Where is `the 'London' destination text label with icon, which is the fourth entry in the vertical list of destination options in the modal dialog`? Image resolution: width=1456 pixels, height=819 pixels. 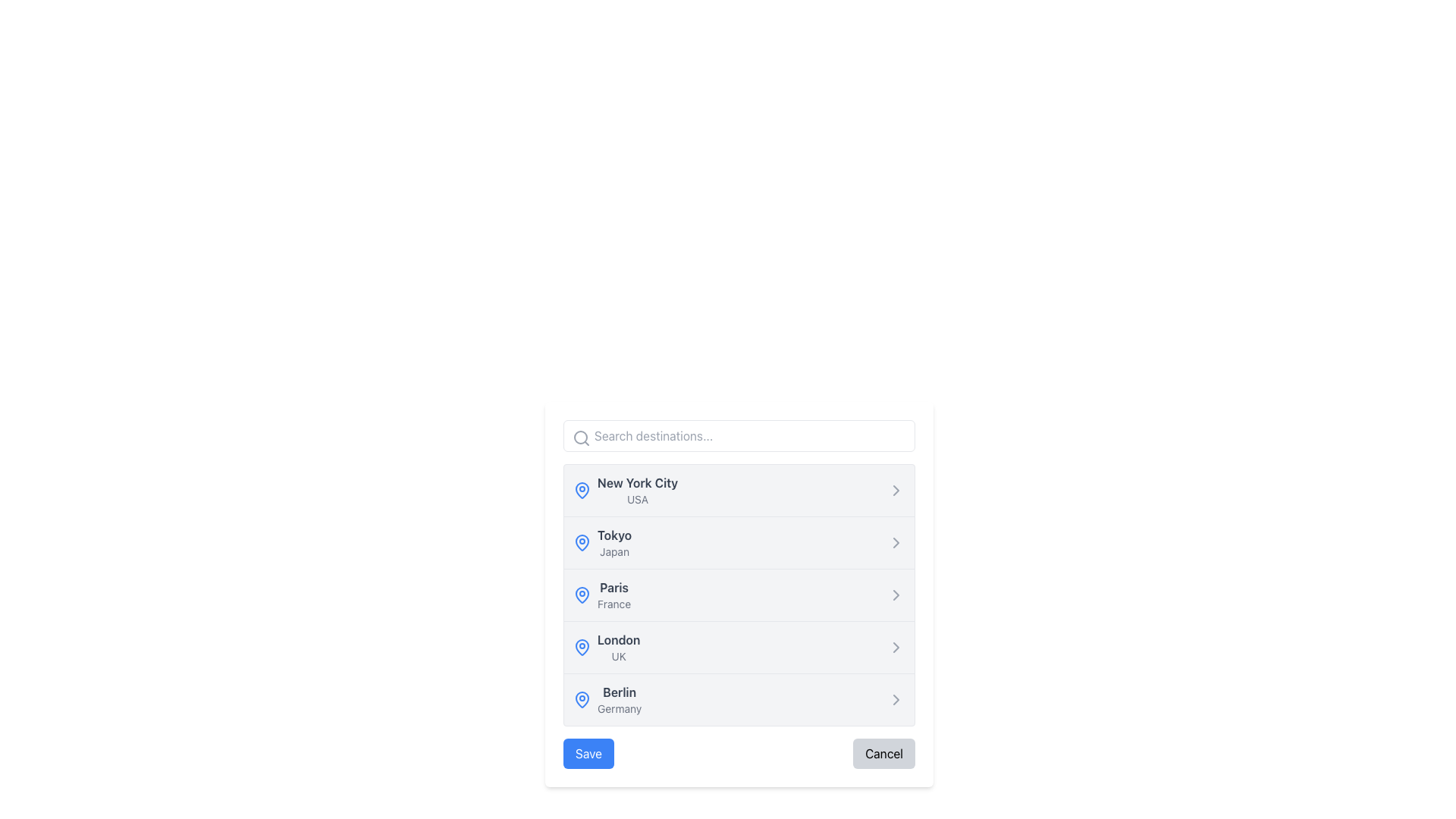
the 'London' destination text label with icon, which is the fourth entry in the vertical list of destination options in the modal dialog is located at coordinates (607, 647).